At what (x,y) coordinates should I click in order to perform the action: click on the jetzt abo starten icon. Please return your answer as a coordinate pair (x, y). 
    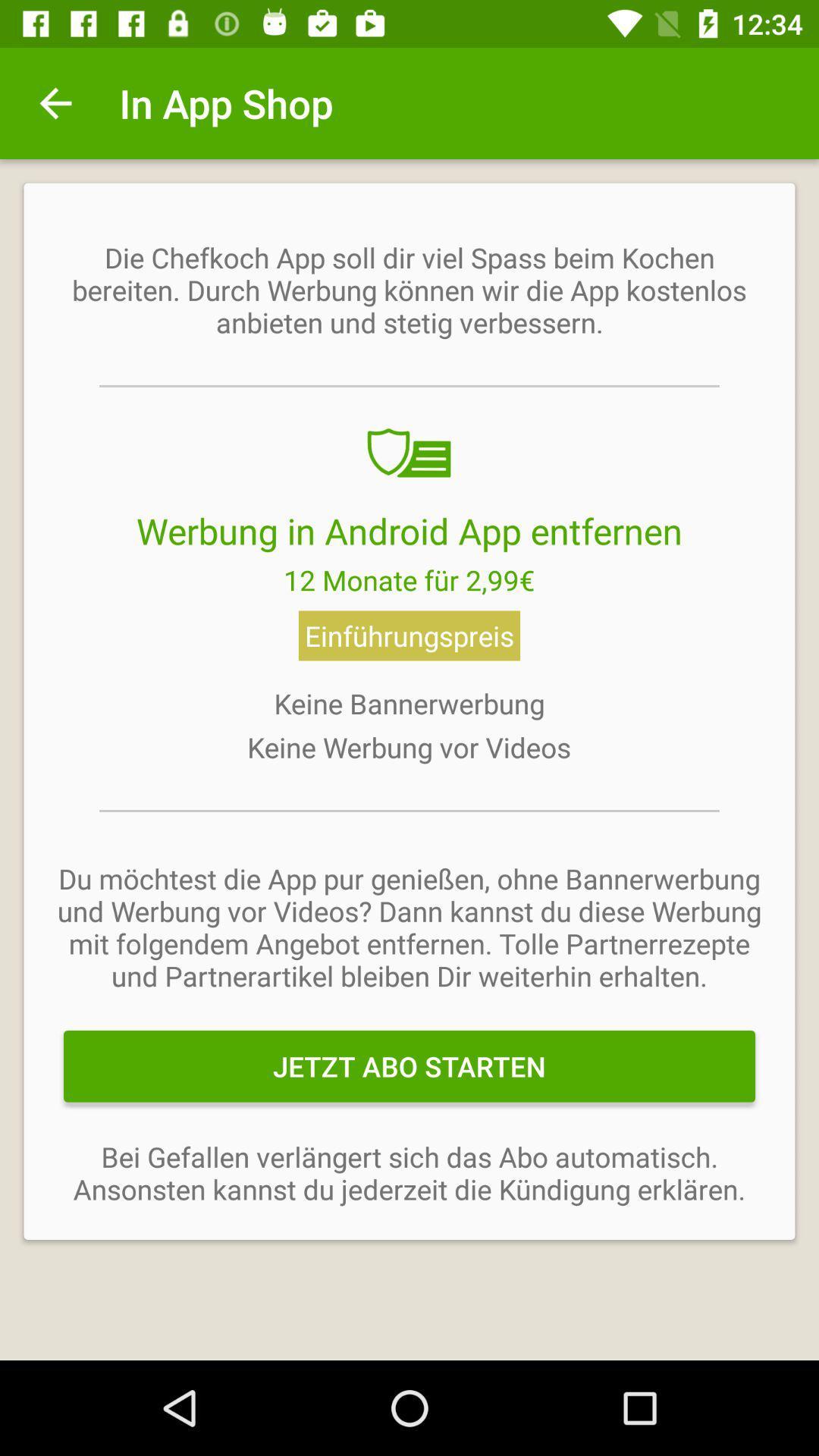
    Looking at the image, I should click on (409, 1065).